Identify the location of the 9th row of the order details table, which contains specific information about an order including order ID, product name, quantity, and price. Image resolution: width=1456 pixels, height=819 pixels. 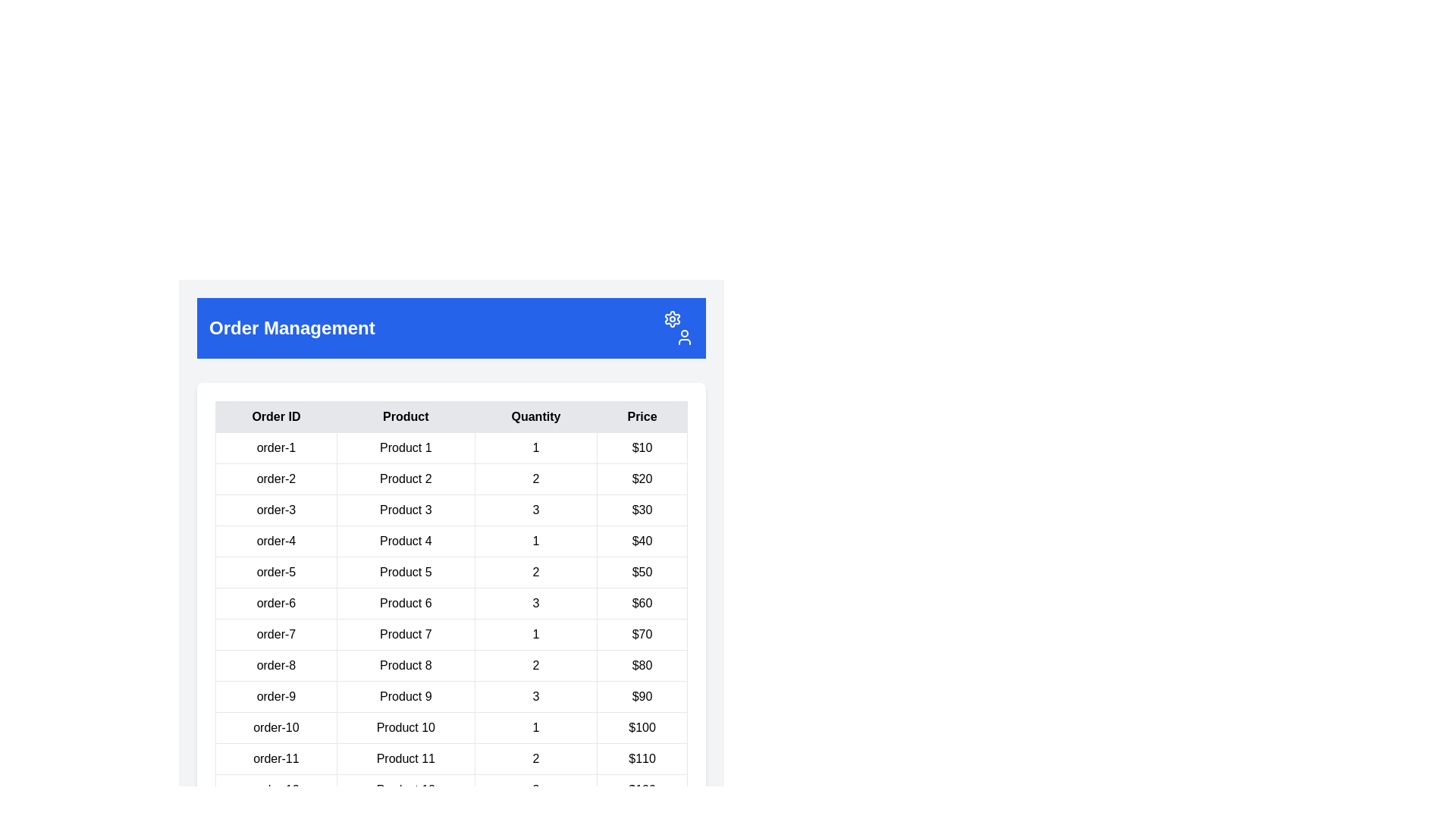
(450, 696).